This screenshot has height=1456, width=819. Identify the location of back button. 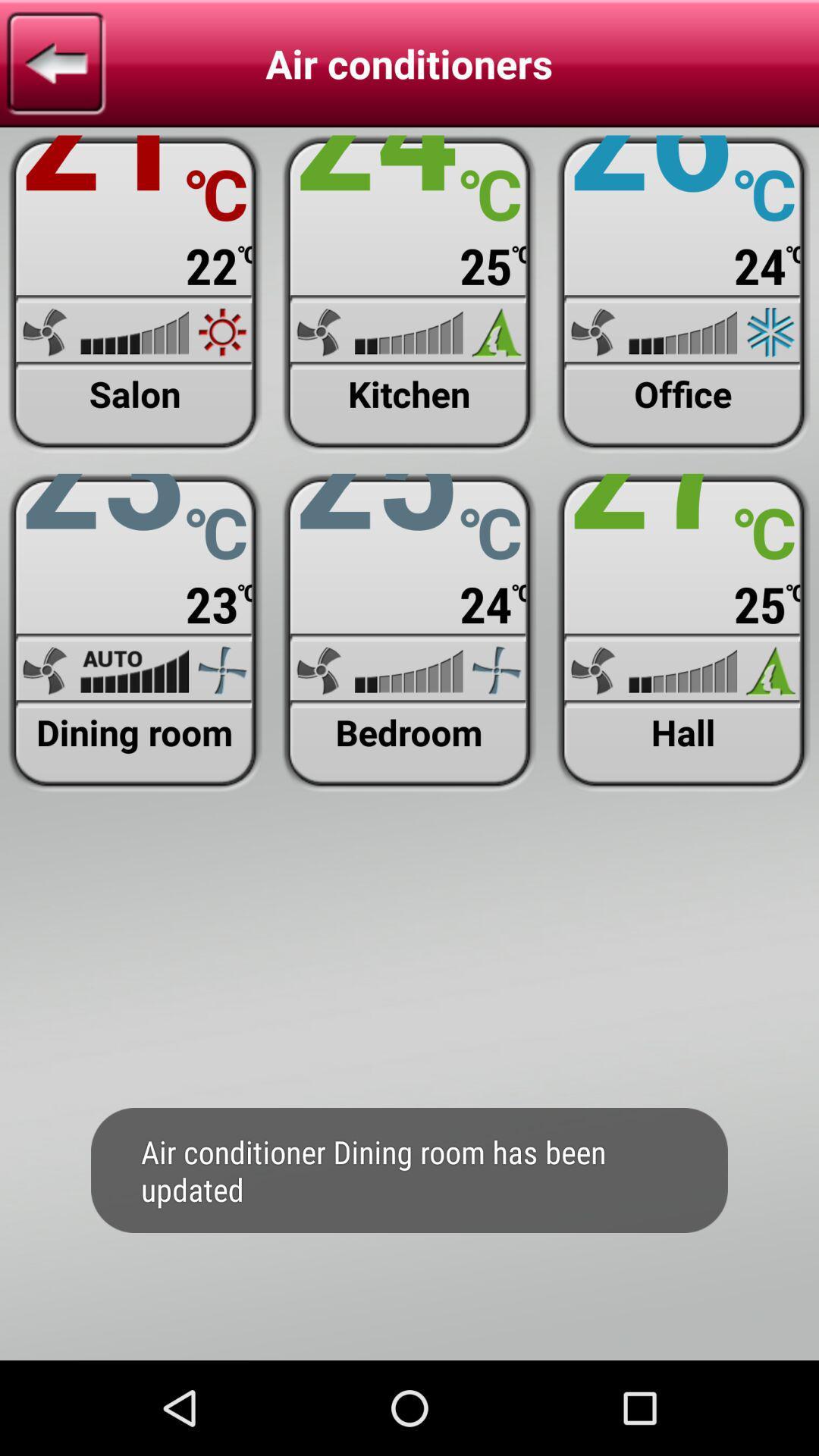
(55, 62).